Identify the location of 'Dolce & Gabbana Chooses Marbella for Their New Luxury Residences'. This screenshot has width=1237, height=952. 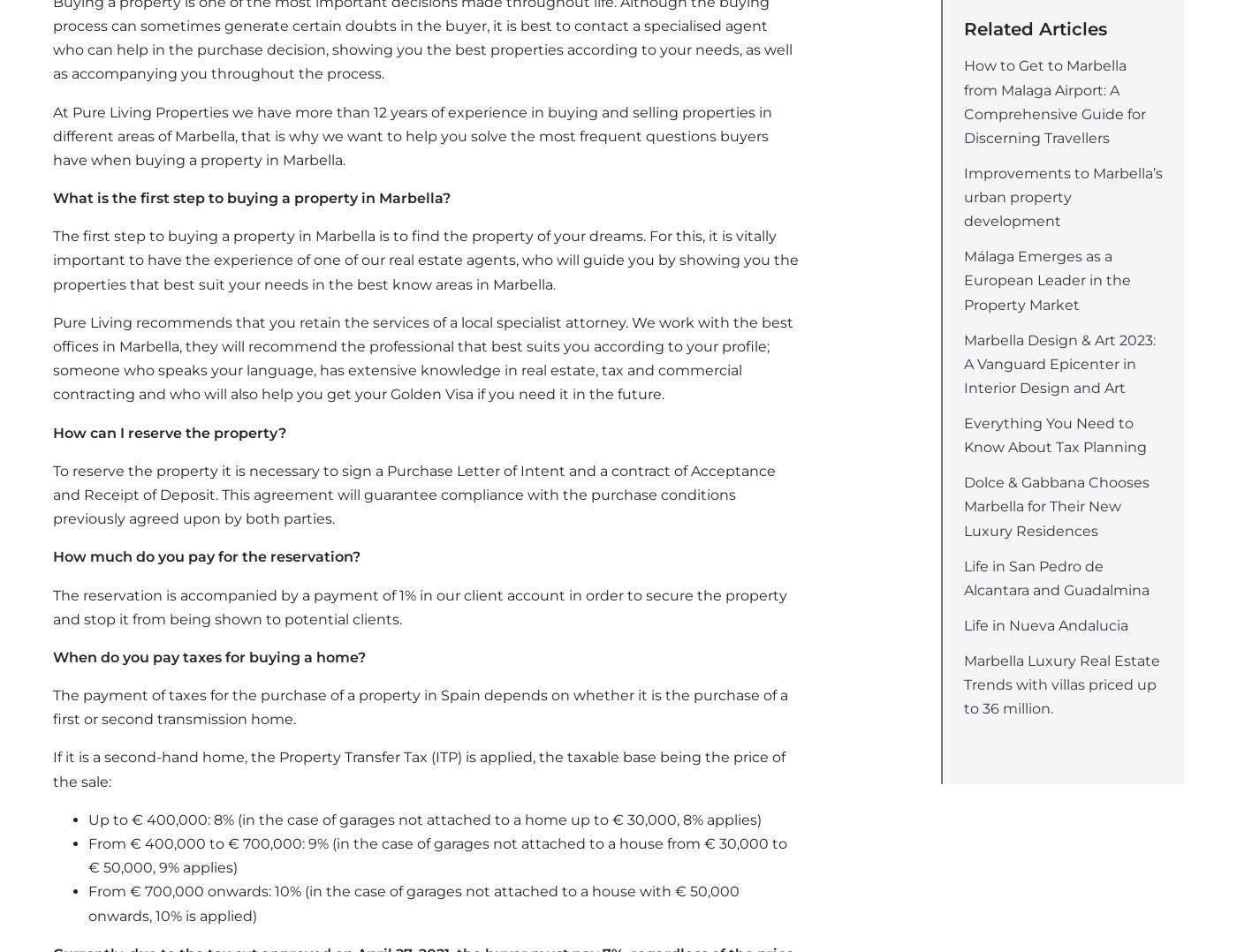
(1057, 505).